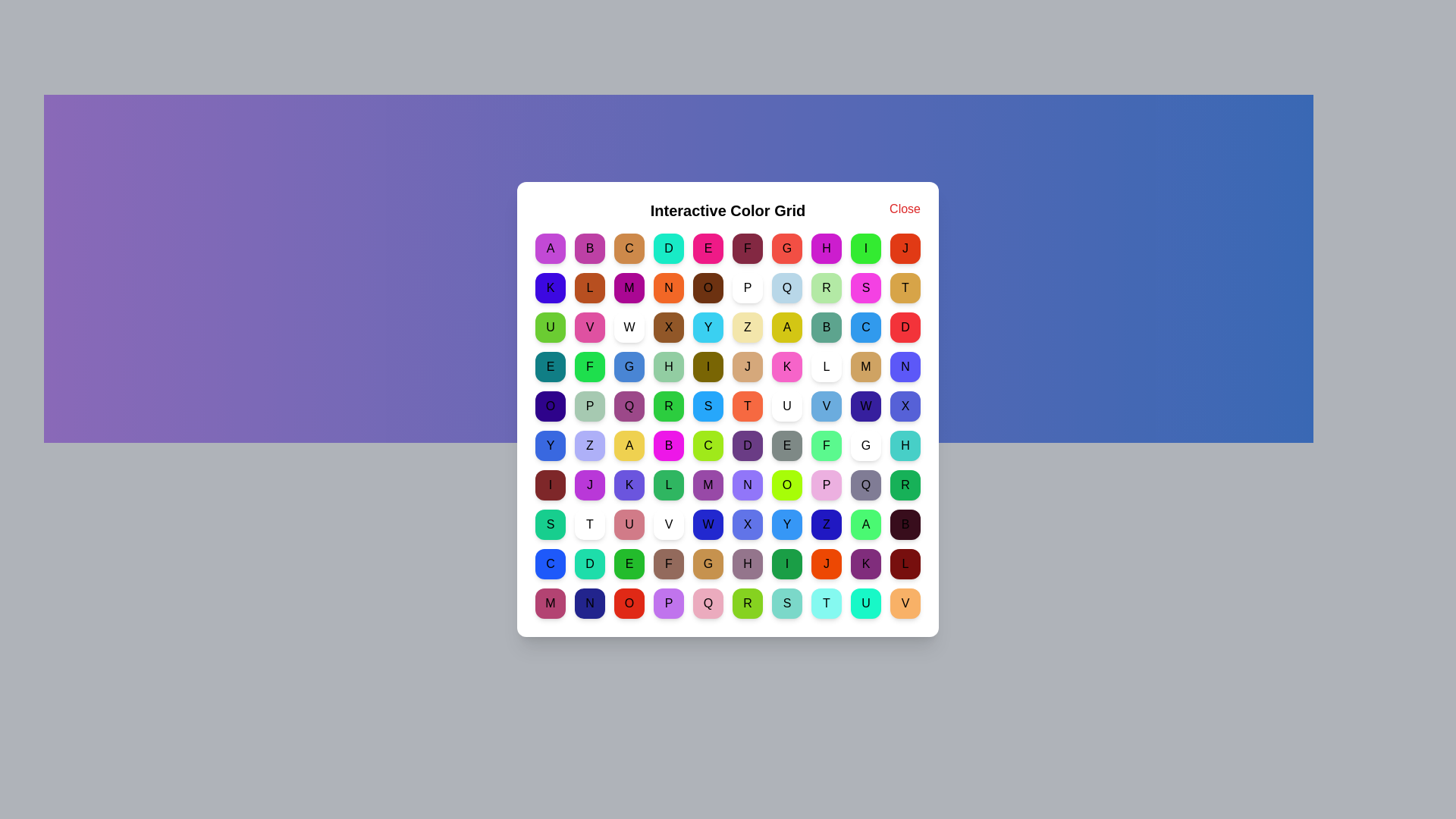 The image size is (1456, 819). What do you see at coordinates (747, 327) in the screenshot?
I see `the grid cell labeled Z to view its color message` at bounding box center [747, 327].